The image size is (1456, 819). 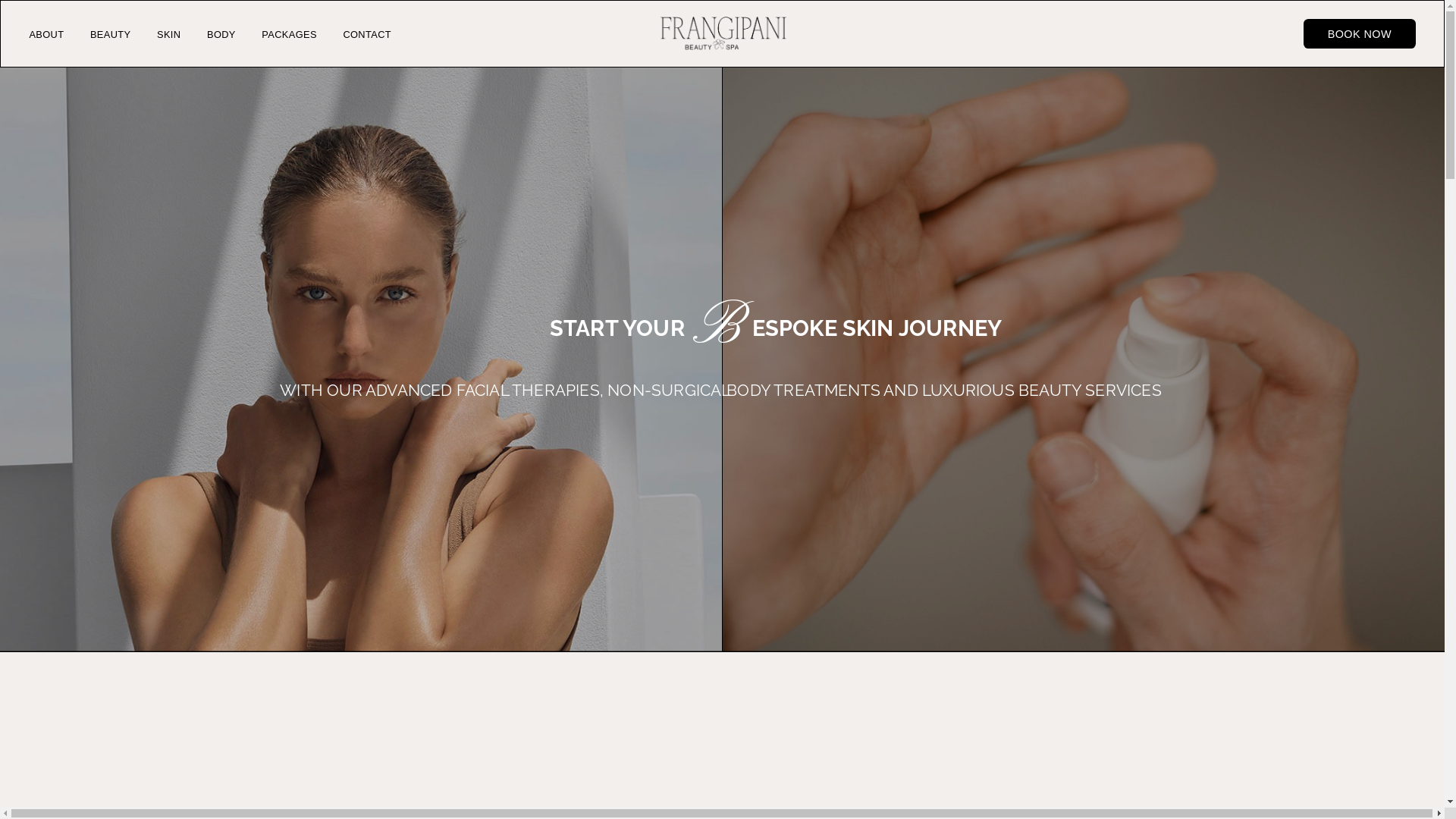 What do you see at coordinates (289, 34) in the screenshot?
I see `'PACKAGES'` at bounding box center [289, 34].